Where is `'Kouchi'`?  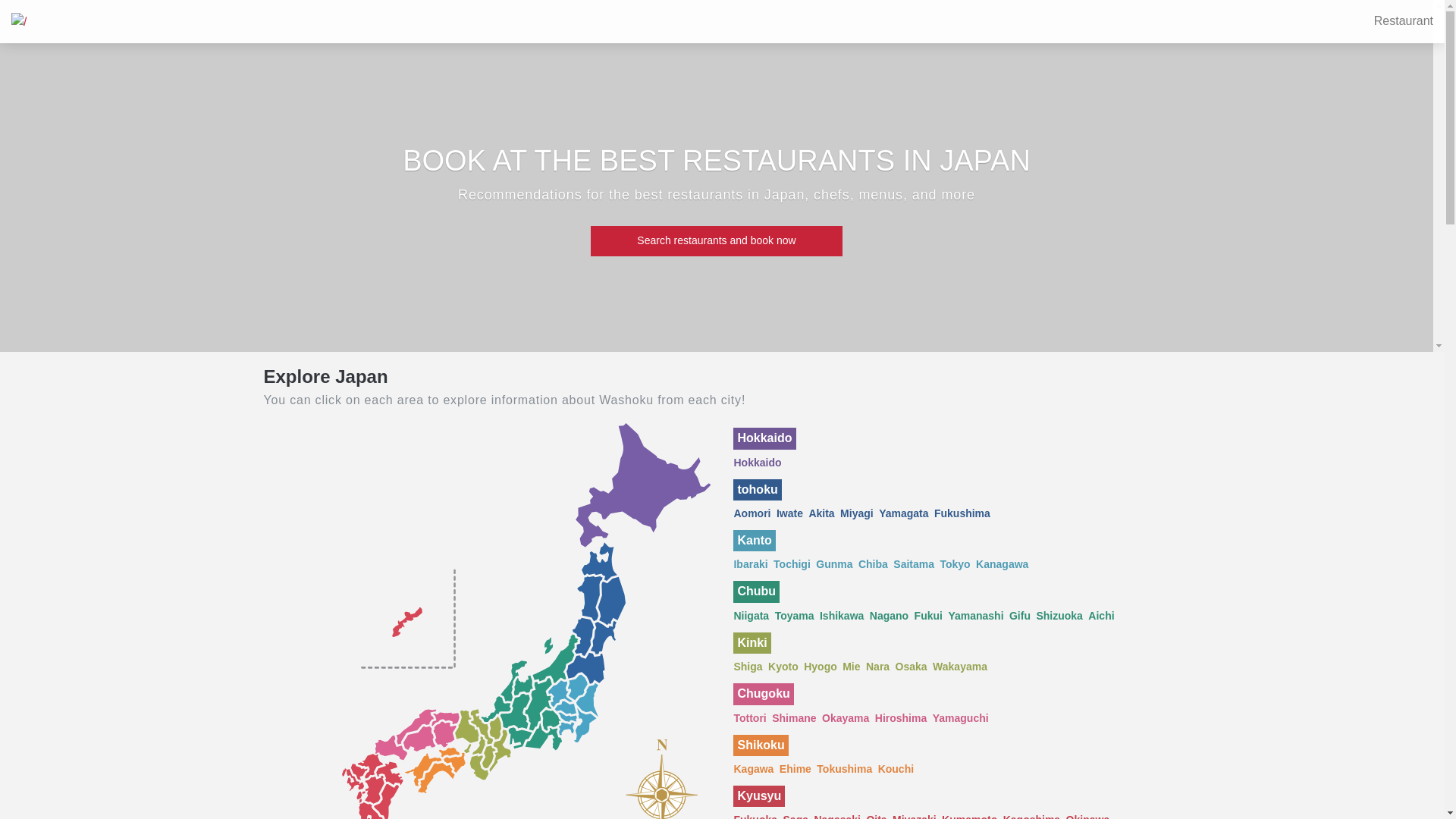
'Kouchi' is located at coordinates (896, 769).